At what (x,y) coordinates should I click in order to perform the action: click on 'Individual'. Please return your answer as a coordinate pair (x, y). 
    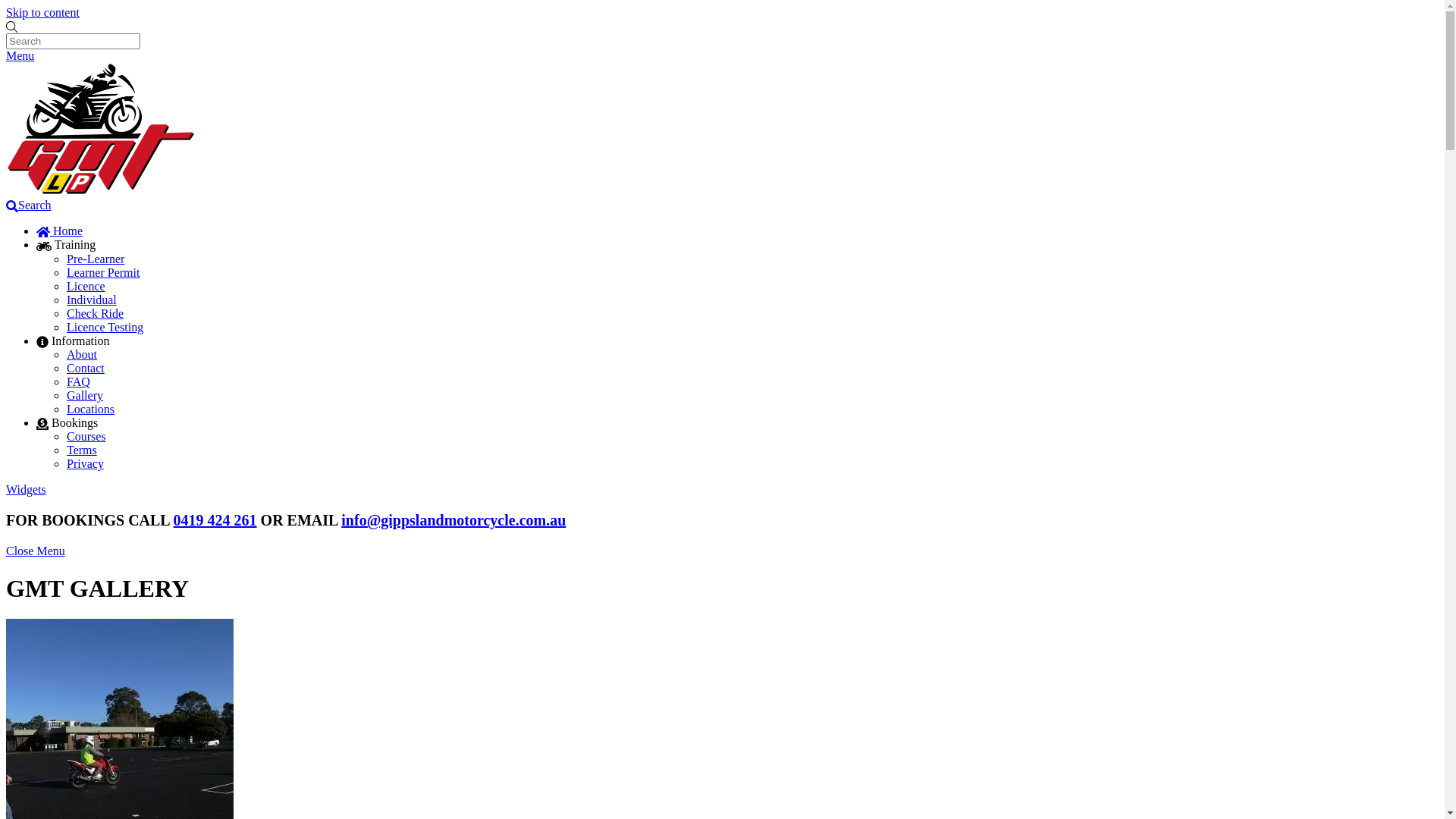
    Looking at the image, I should click on (90, 300).